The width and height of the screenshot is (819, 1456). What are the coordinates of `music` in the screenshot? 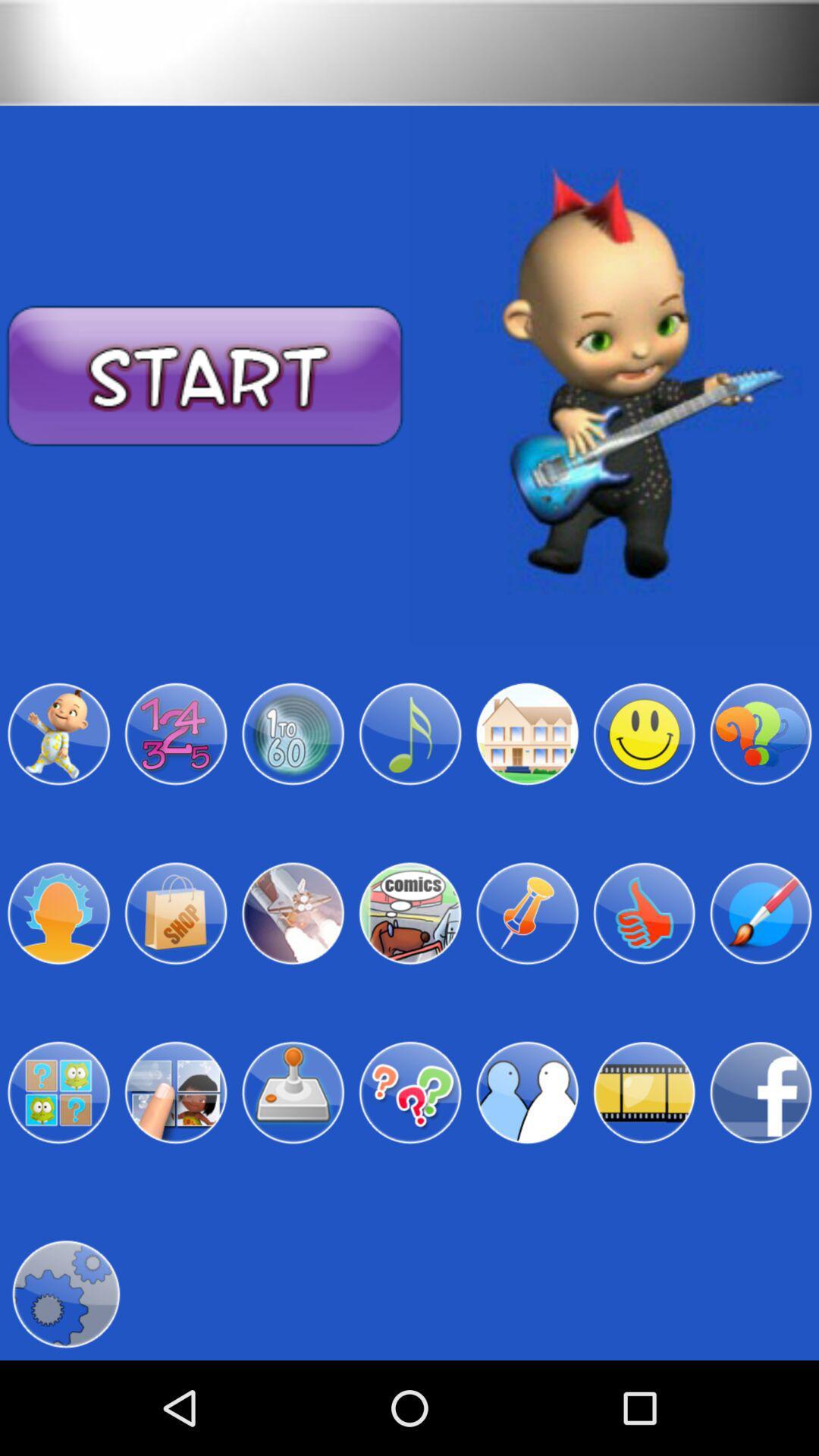 It's located at (409, 734).